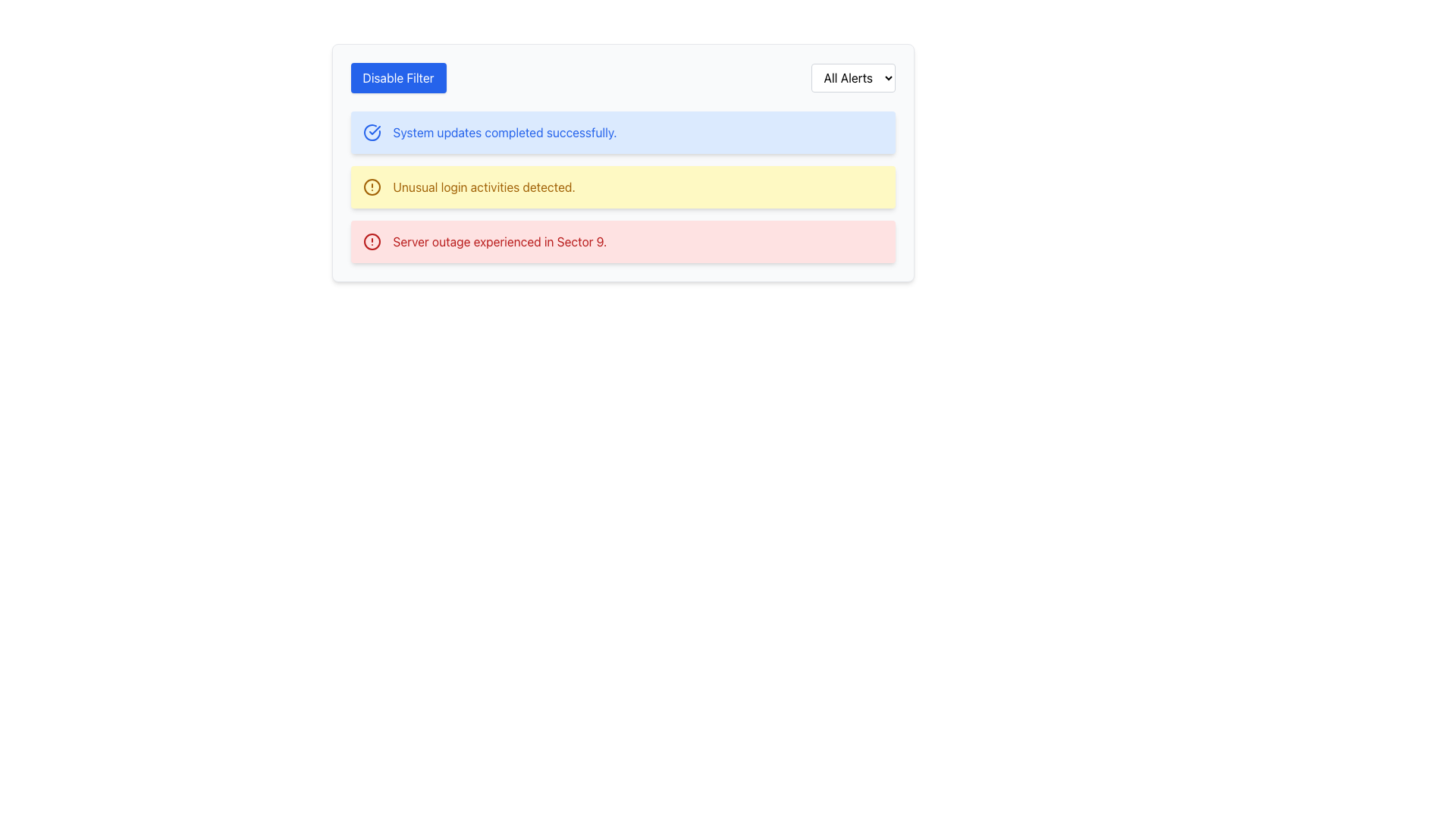  I want to click on the static text element that reads 'Unusual login activities detected.' which is styled with a bold yellow background and maroon-colored text, located centrally in the alert message list, so click(483, 186).